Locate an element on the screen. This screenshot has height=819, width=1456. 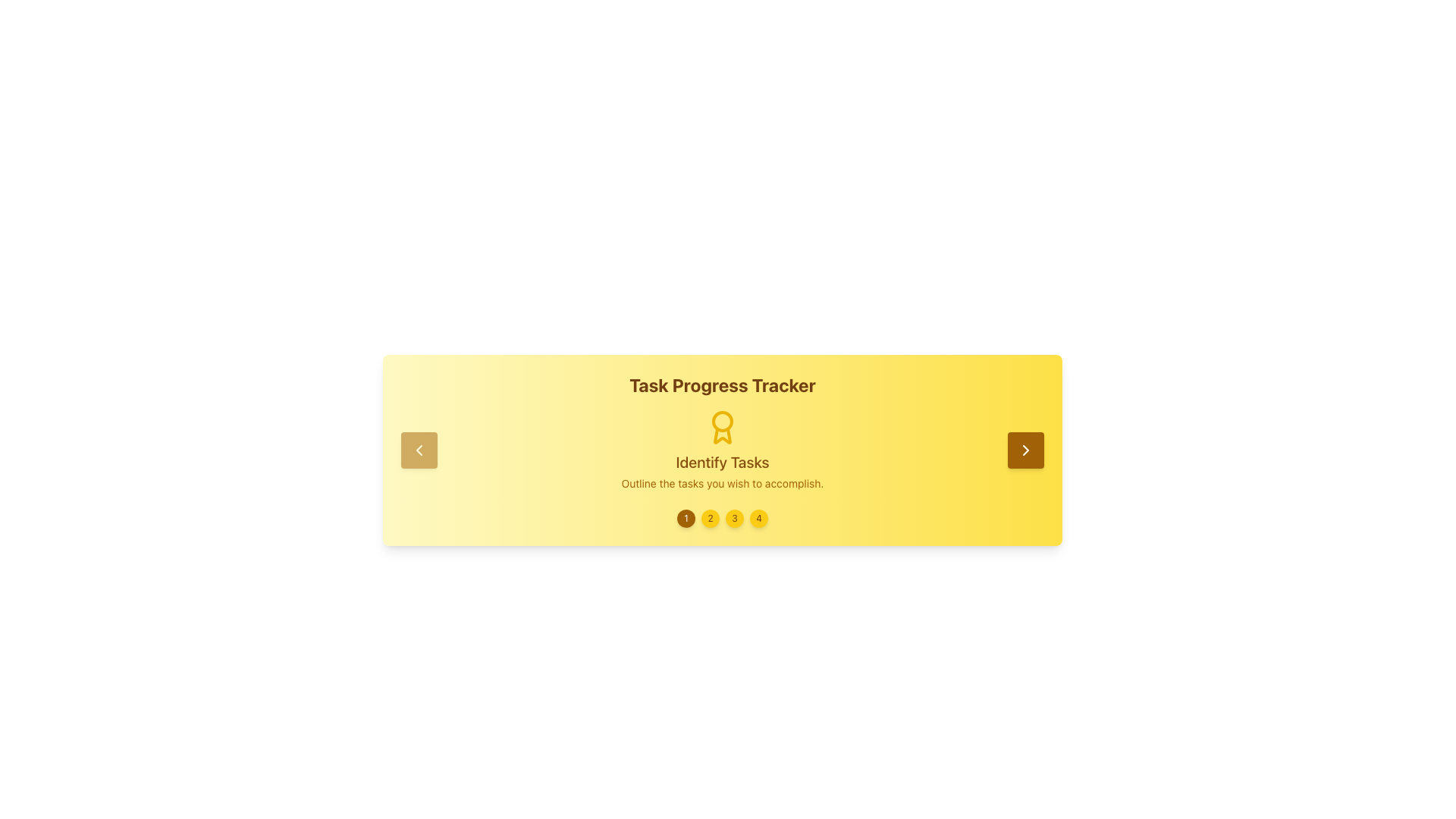
the award or achievement icon located in the 'Identify Tasks' section, which is centrally placed above the text 'Identify Tasks' and 'Outline the tasks you wish to accomplish.' is located at coordinates (722, 427).